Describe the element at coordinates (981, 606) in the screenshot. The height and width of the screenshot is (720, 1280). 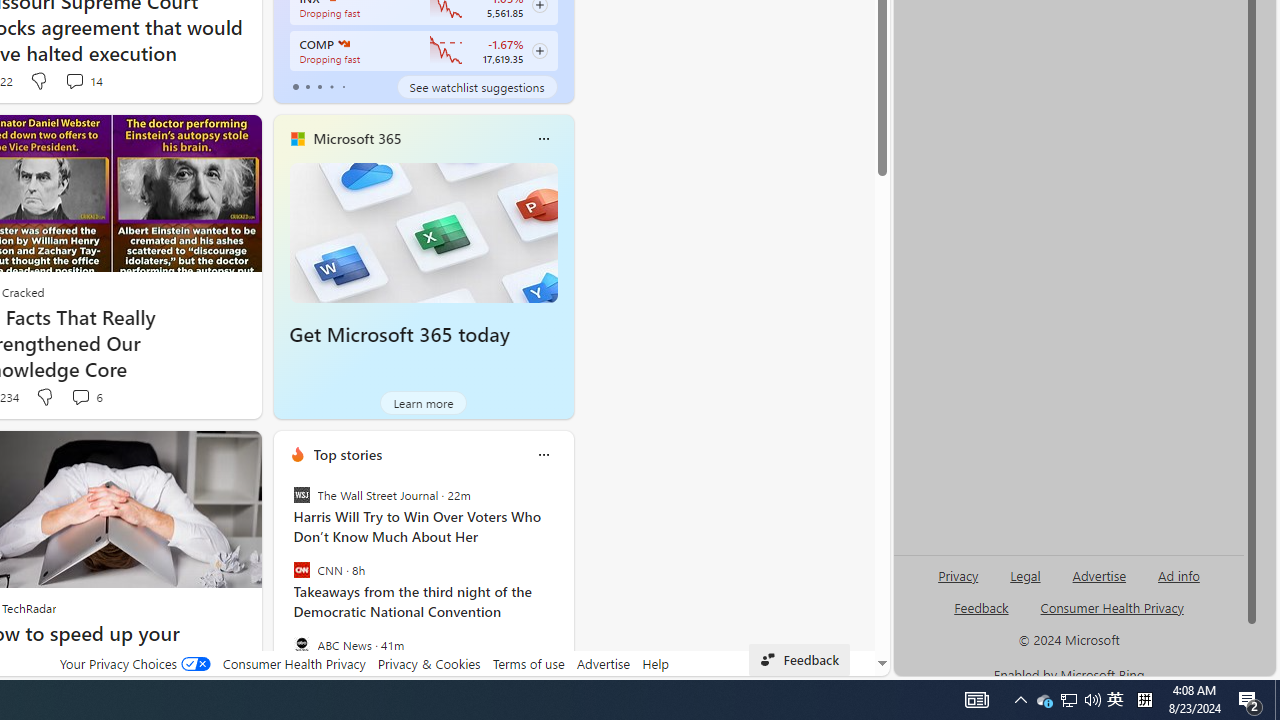
I see `'AutomationID: sb_feedback'` at that location.